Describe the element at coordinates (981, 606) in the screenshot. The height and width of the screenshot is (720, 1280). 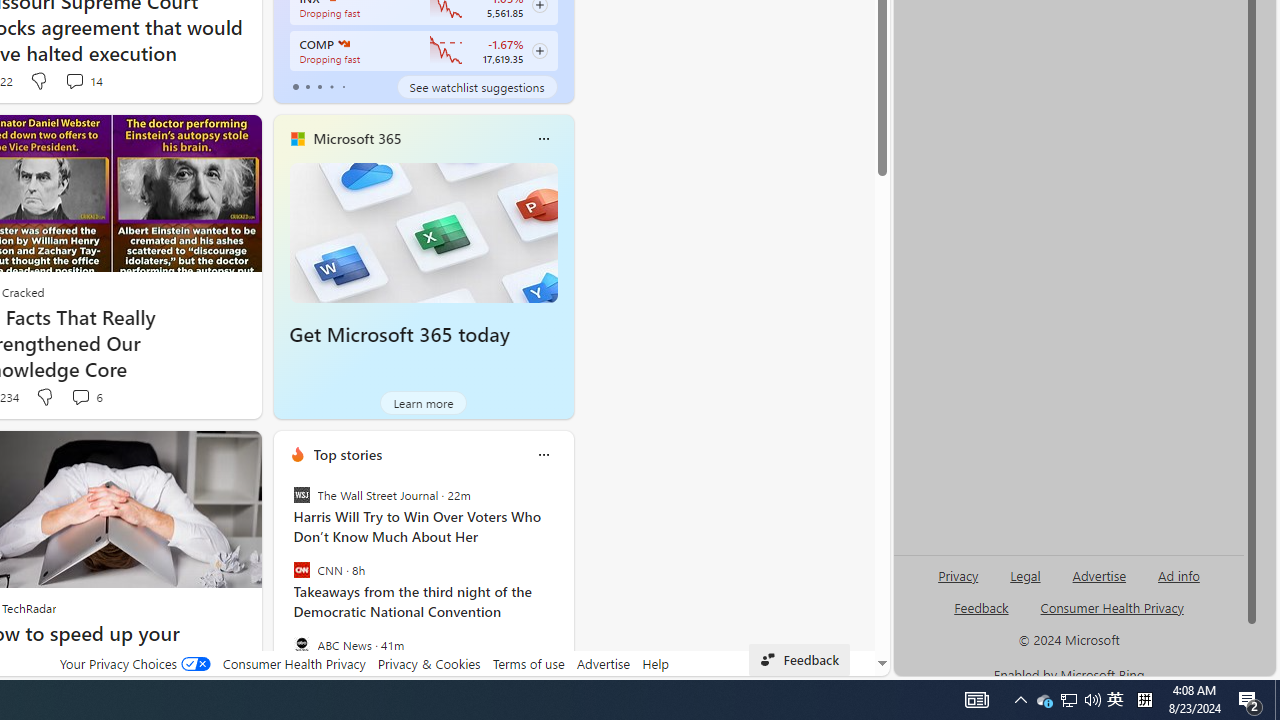
I see `'AutomationID: sb_feedback'` at that location.